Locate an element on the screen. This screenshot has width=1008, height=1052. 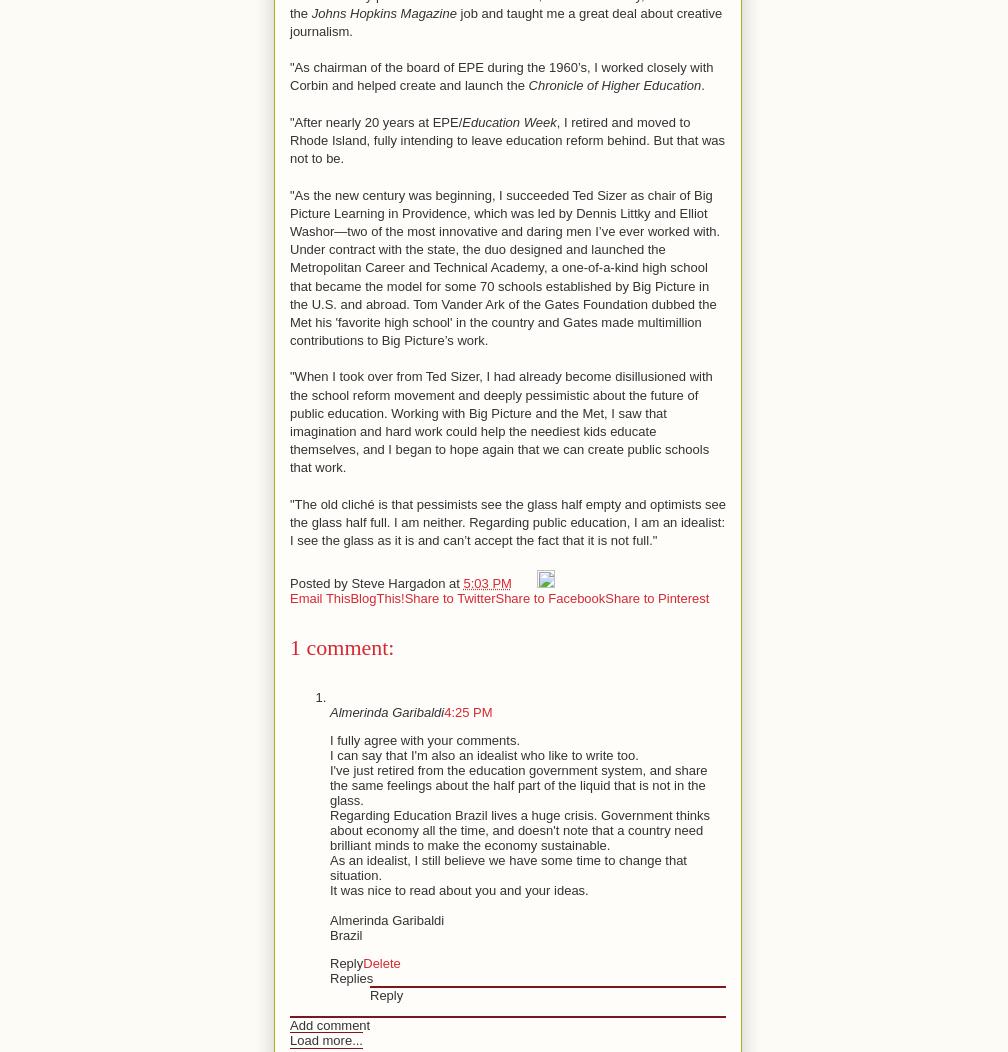
'Add comment' is located at coordinates (330, 1024).